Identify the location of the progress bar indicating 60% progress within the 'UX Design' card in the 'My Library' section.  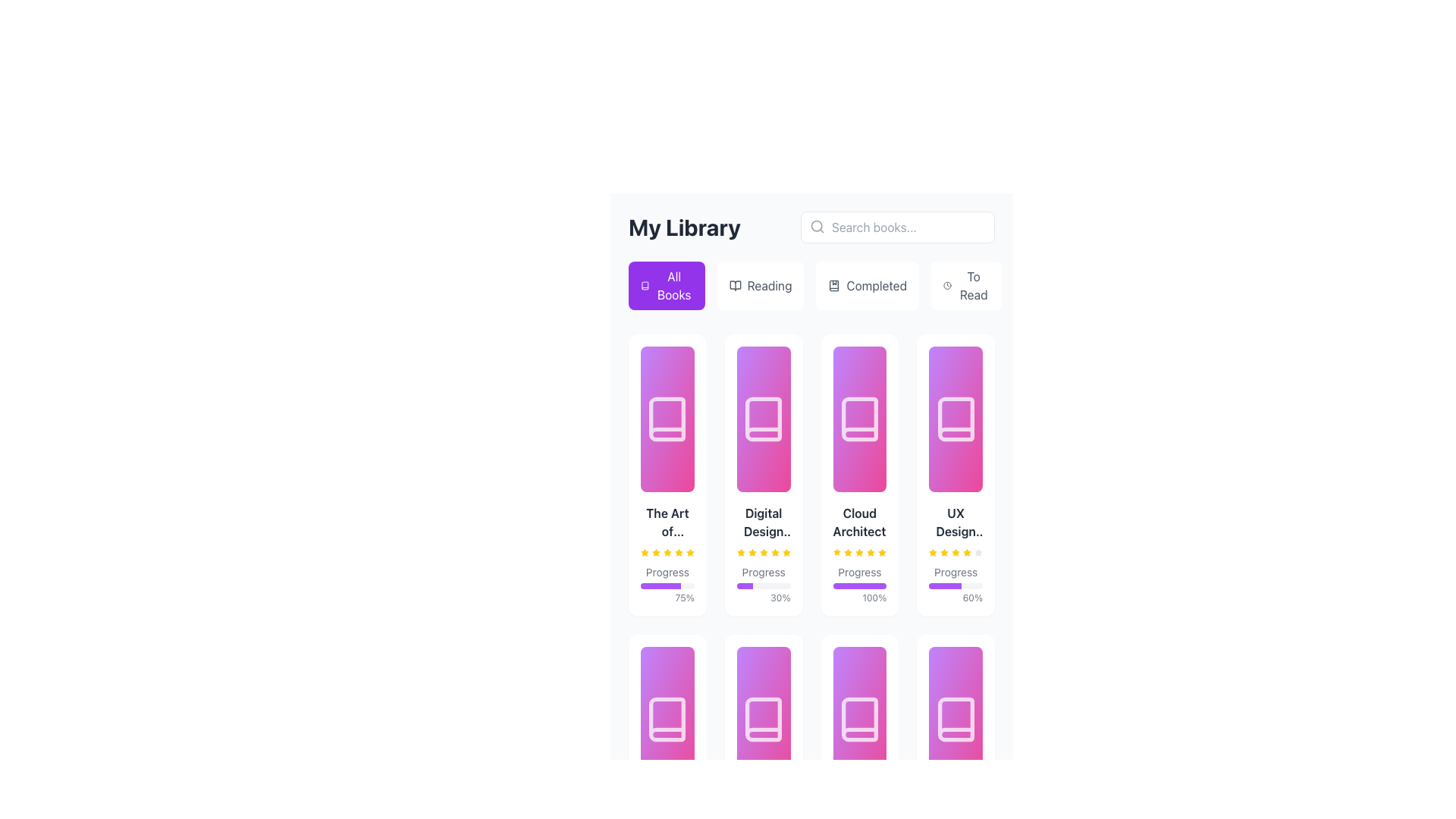
(944, 585).